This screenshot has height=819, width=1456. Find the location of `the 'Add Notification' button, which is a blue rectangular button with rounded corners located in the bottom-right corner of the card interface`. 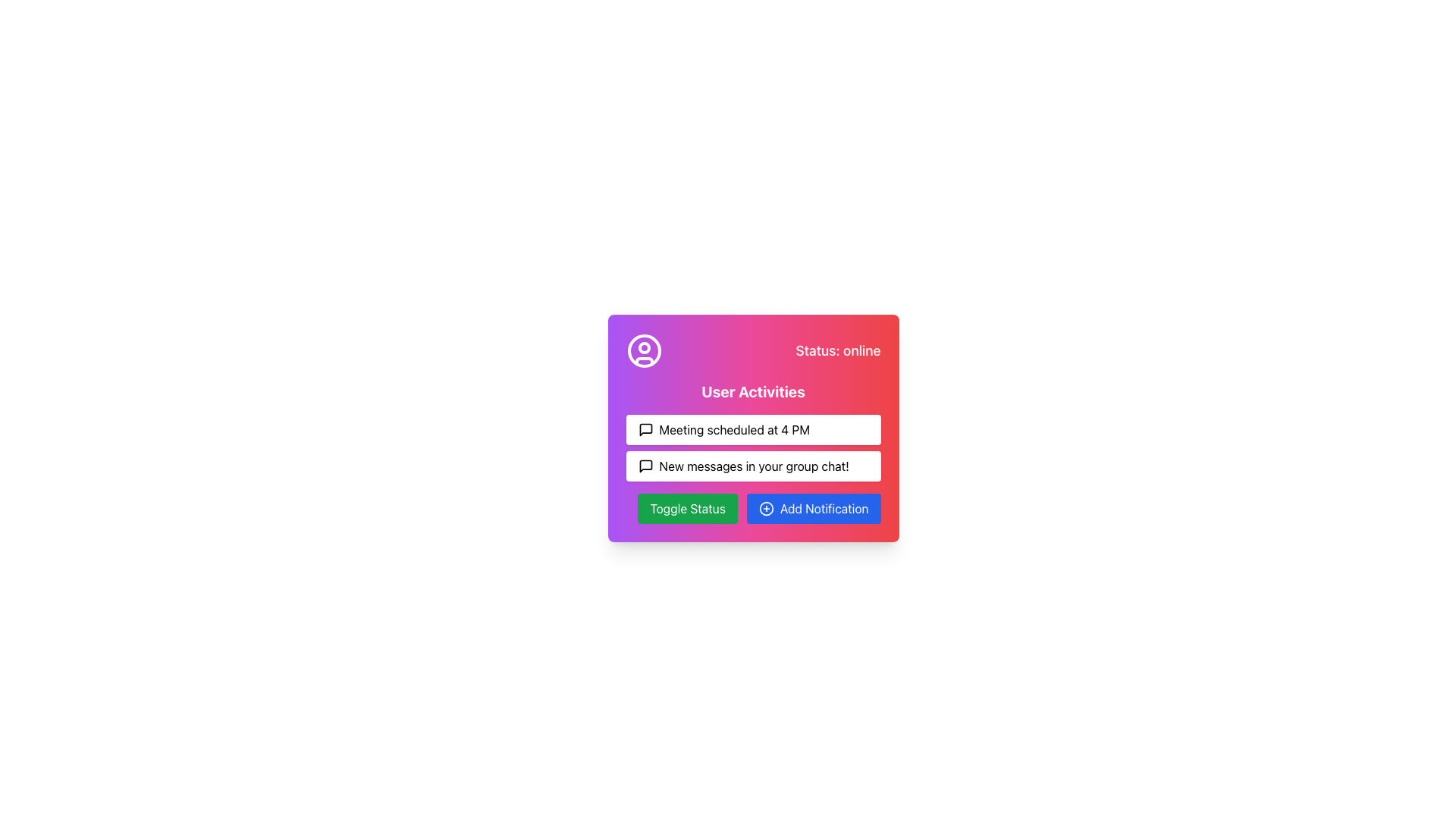

the 'Add Notification' button, which is a blue rectangular button with rounded corners located in the bottom-right corner of the card interface is located at coordinates (823, 509).